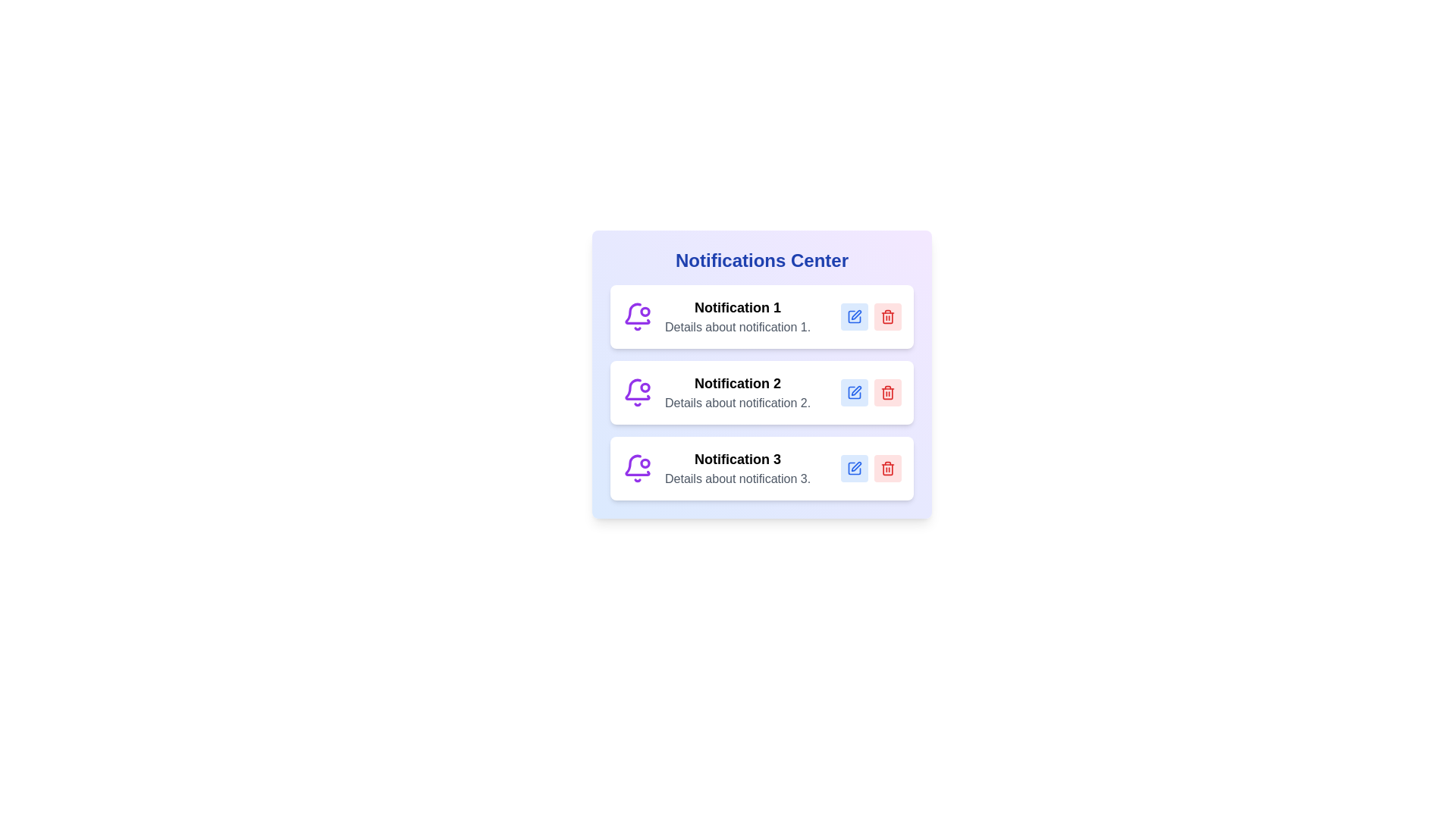  Describe the element at coordinates (888, 467) in the screenshot. I see `the delete button in the last position of the button row on the third notification card` at that location.